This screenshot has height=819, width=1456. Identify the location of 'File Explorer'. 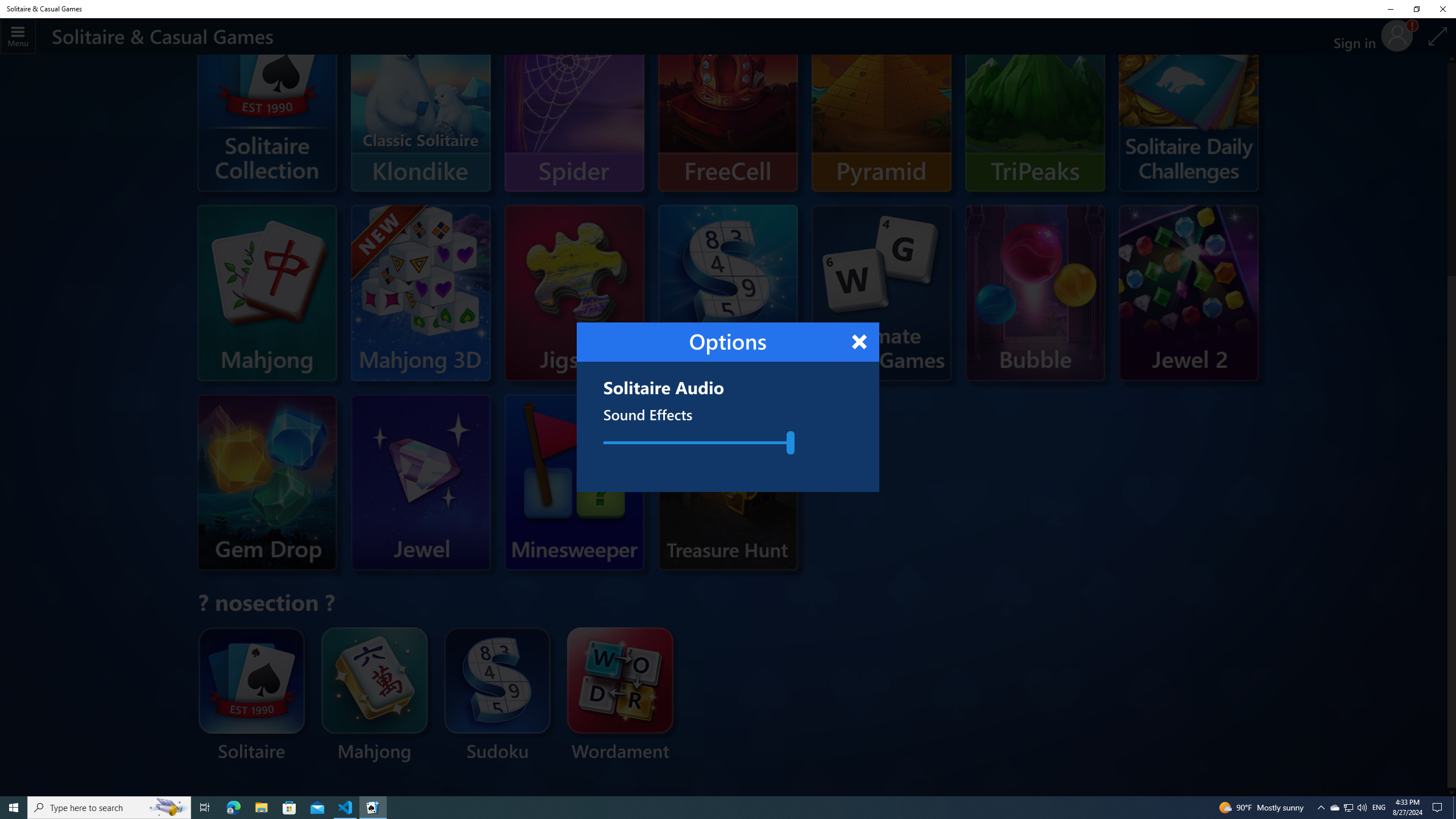
(260, 806).